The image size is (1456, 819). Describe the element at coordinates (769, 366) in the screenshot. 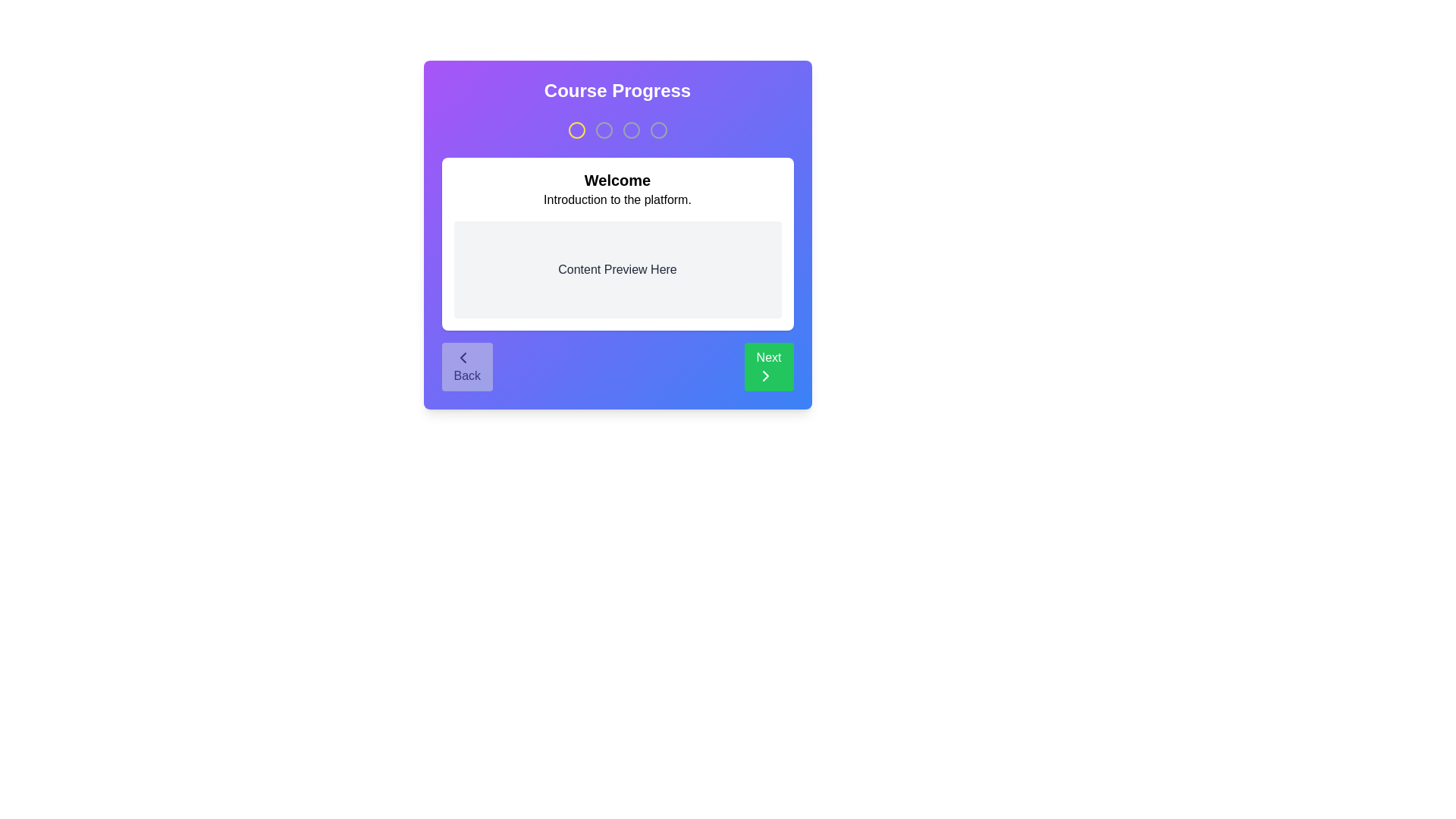

I see `the Next button to navigate` at that location.